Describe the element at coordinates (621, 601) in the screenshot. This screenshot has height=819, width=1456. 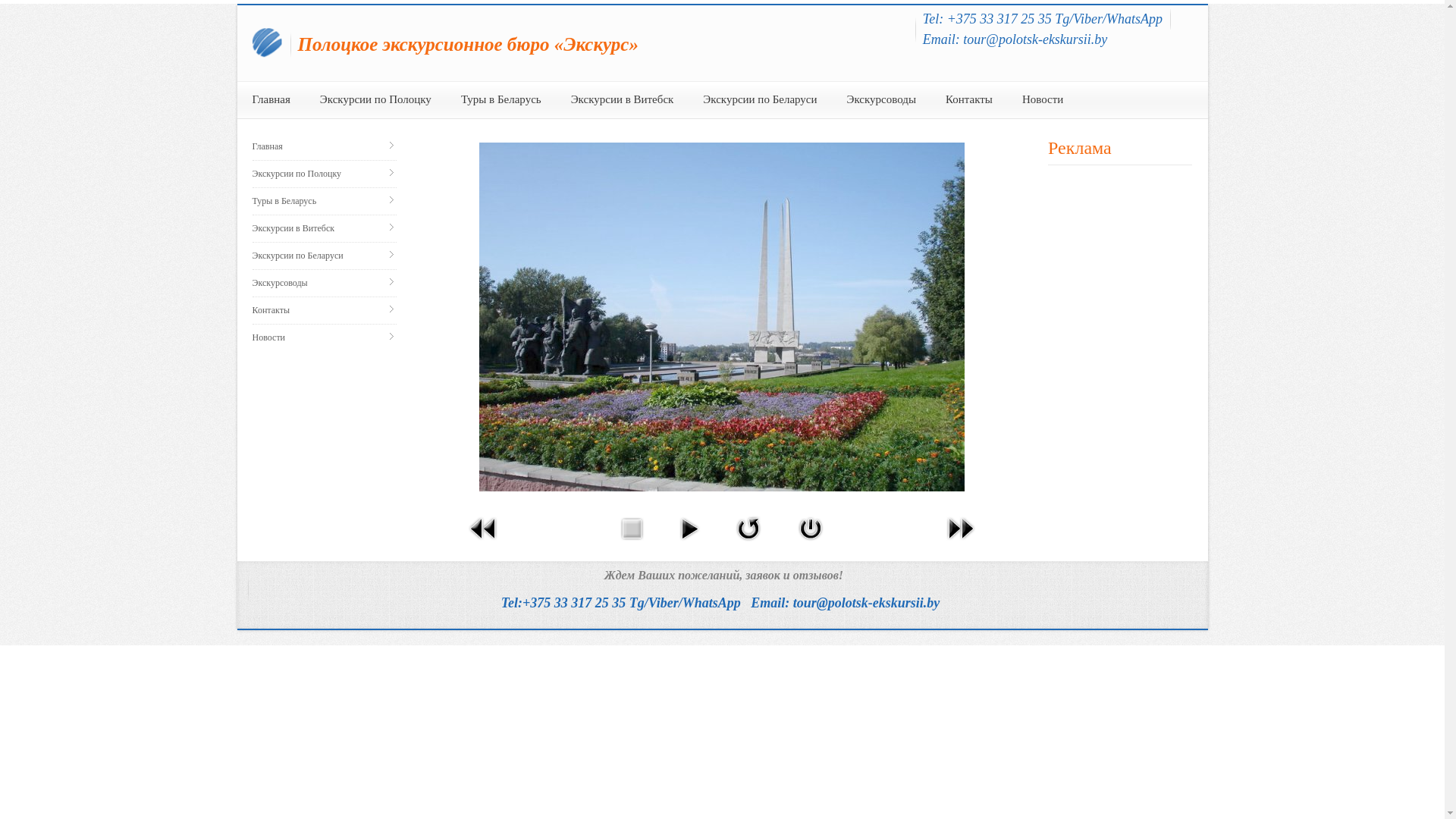
I see `'Tel:+375 33 317 25 35 Tg/Viber/WhatsApp'` at that location.